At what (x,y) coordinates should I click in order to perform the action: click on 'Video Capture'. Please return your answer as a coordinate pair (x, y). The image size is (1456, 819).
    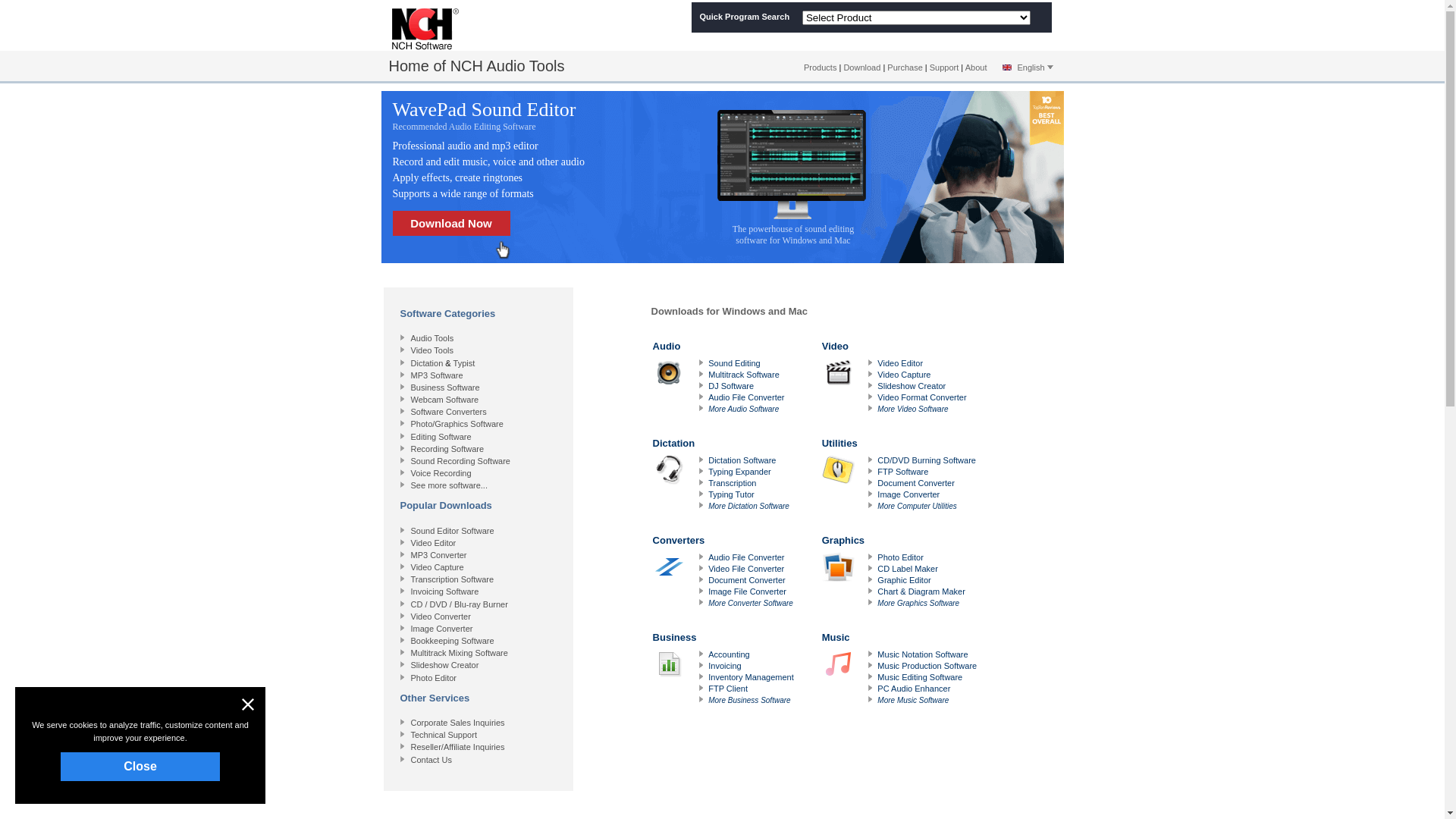
    Looking at the image, I should click on (436, 567).